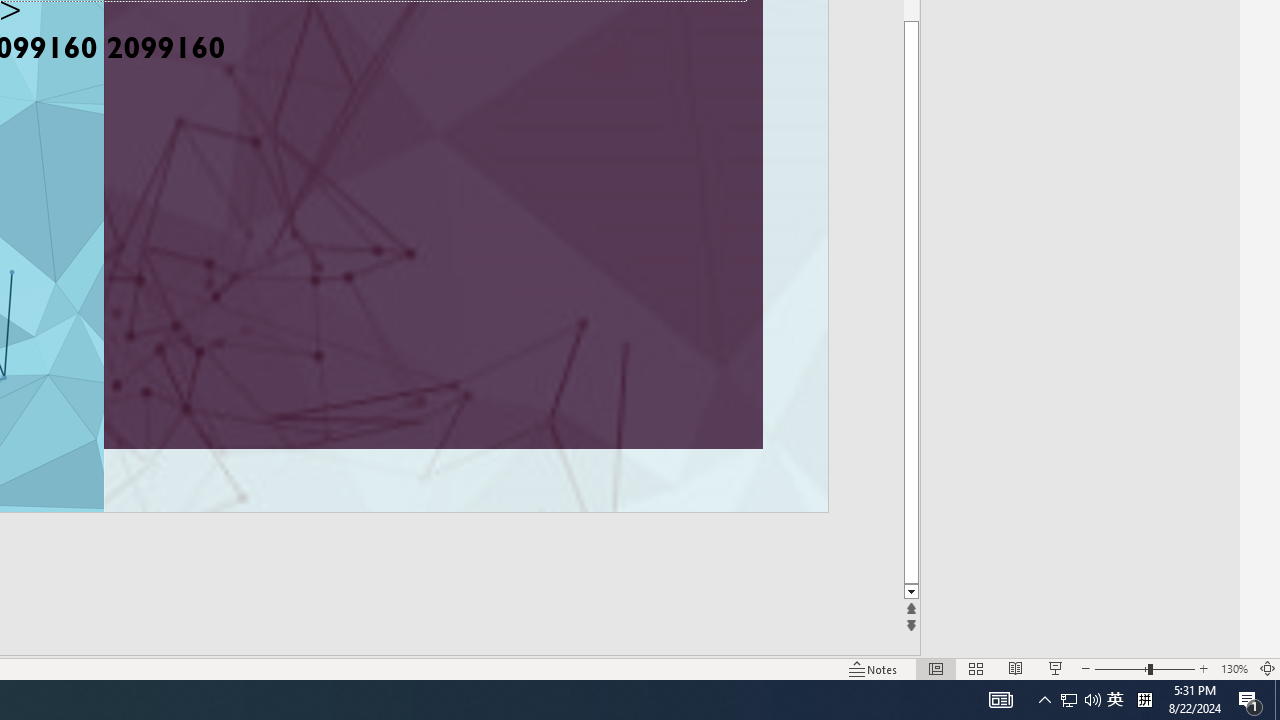 This screenshot has width=1280, height=720. What do you see at coordinates (1121, 669) in the screenshot?
I see `'Zoom Out'` at bounding box center [1121, 669].